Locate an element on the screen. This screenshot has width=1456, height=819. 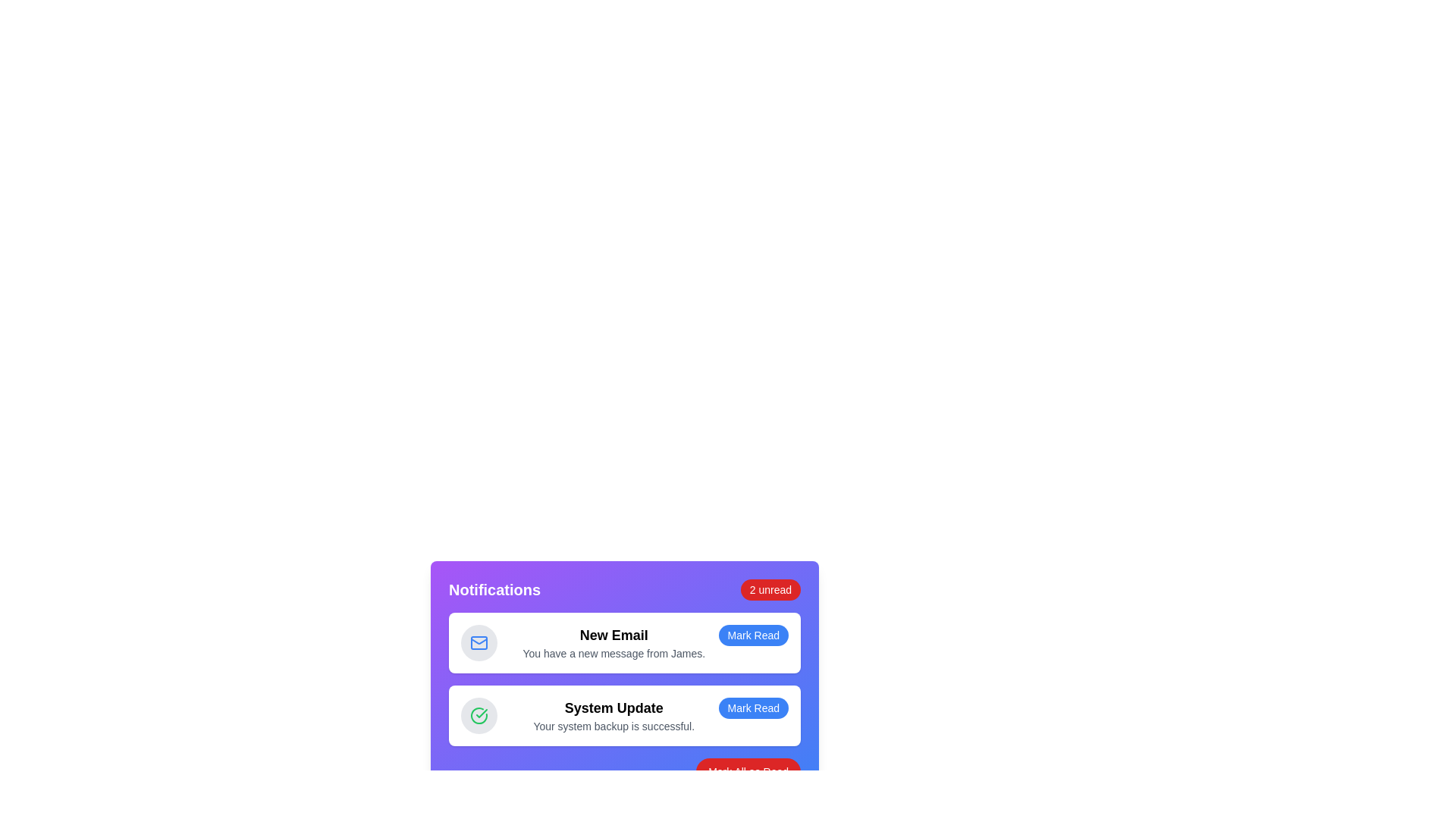
the 'Notifications' text label, which is styled in bold, extra-large white font on a purple background, located at the upper-left corner of the notifications area is located at coordinates (494, 589).